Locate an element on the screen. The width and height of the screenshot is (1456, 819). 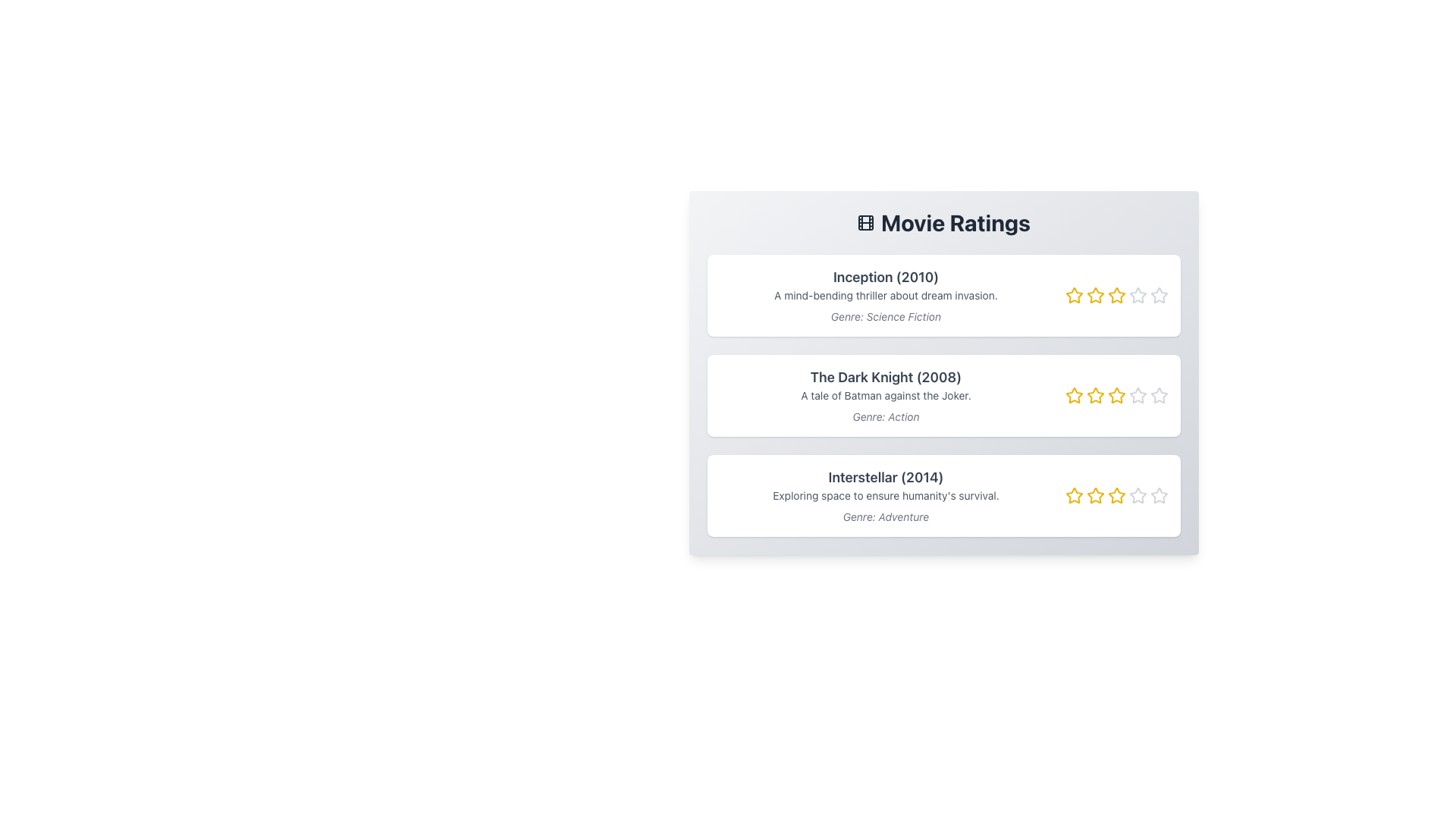
the third rating star in the sequence of five stars is located at coordinates (1116, 295).